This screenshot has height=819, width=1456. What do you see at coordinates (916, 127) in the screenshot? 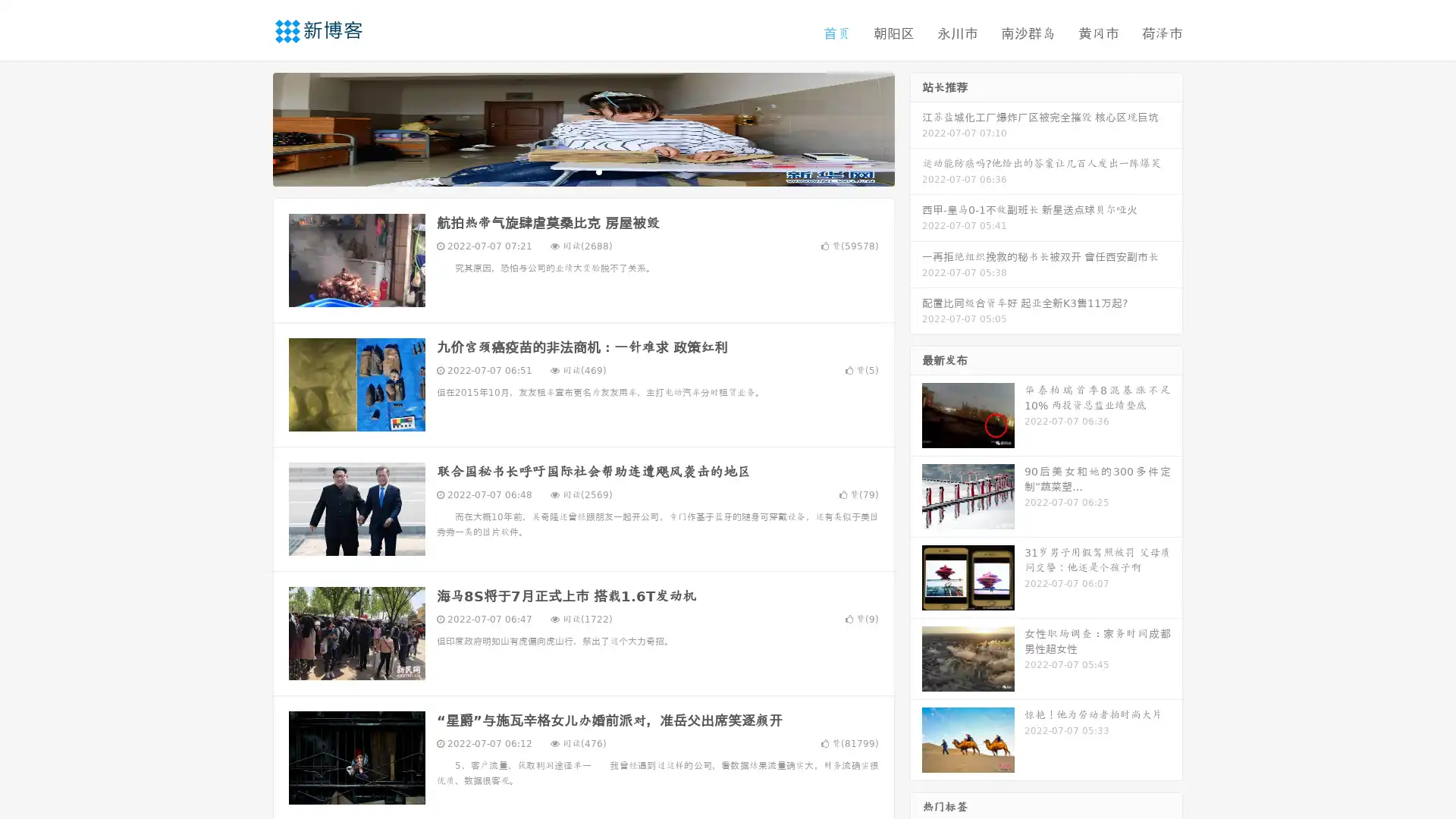
I see `Next slide` at bounding box center [916, 127].